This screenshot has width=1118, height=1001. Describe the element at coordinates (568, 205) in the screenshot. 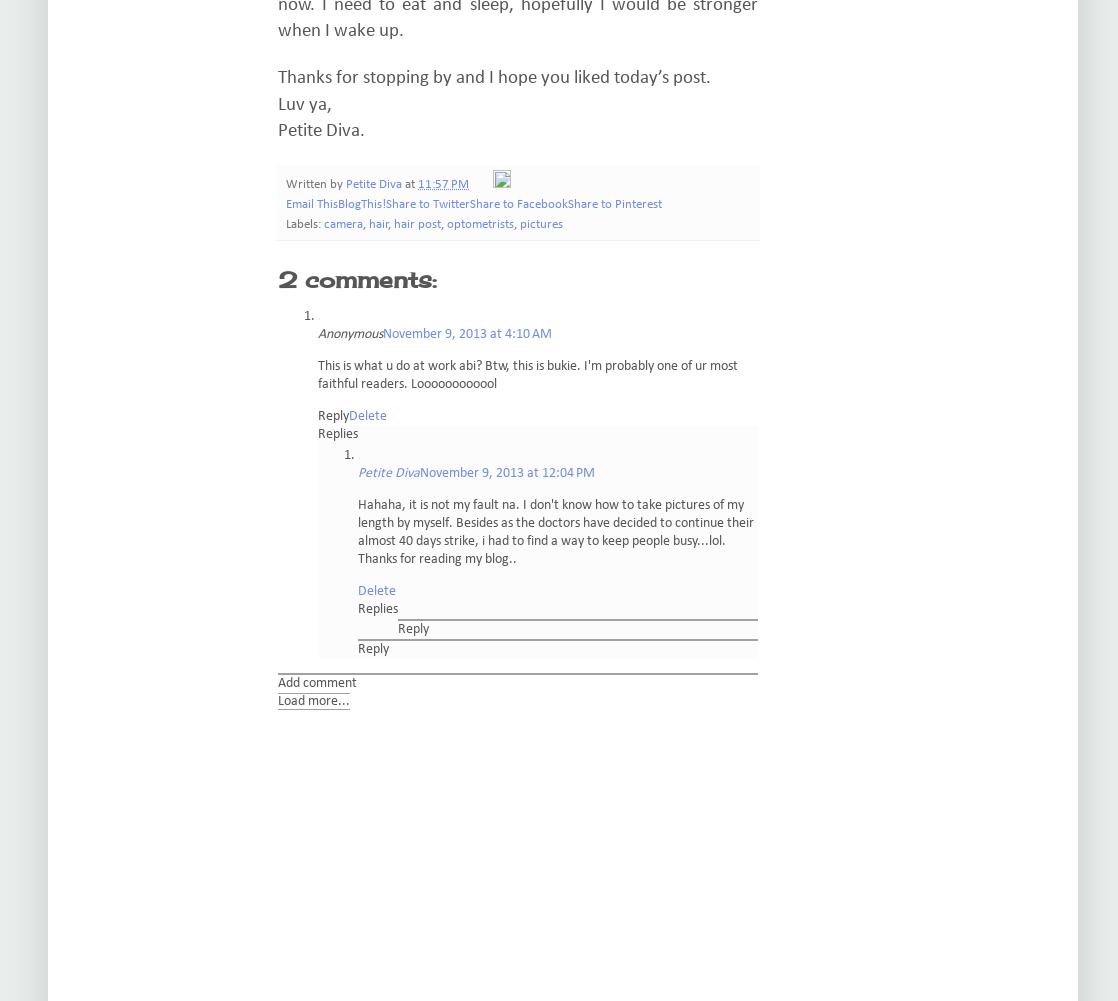

I see `'Share to Pinterest'` at that location.